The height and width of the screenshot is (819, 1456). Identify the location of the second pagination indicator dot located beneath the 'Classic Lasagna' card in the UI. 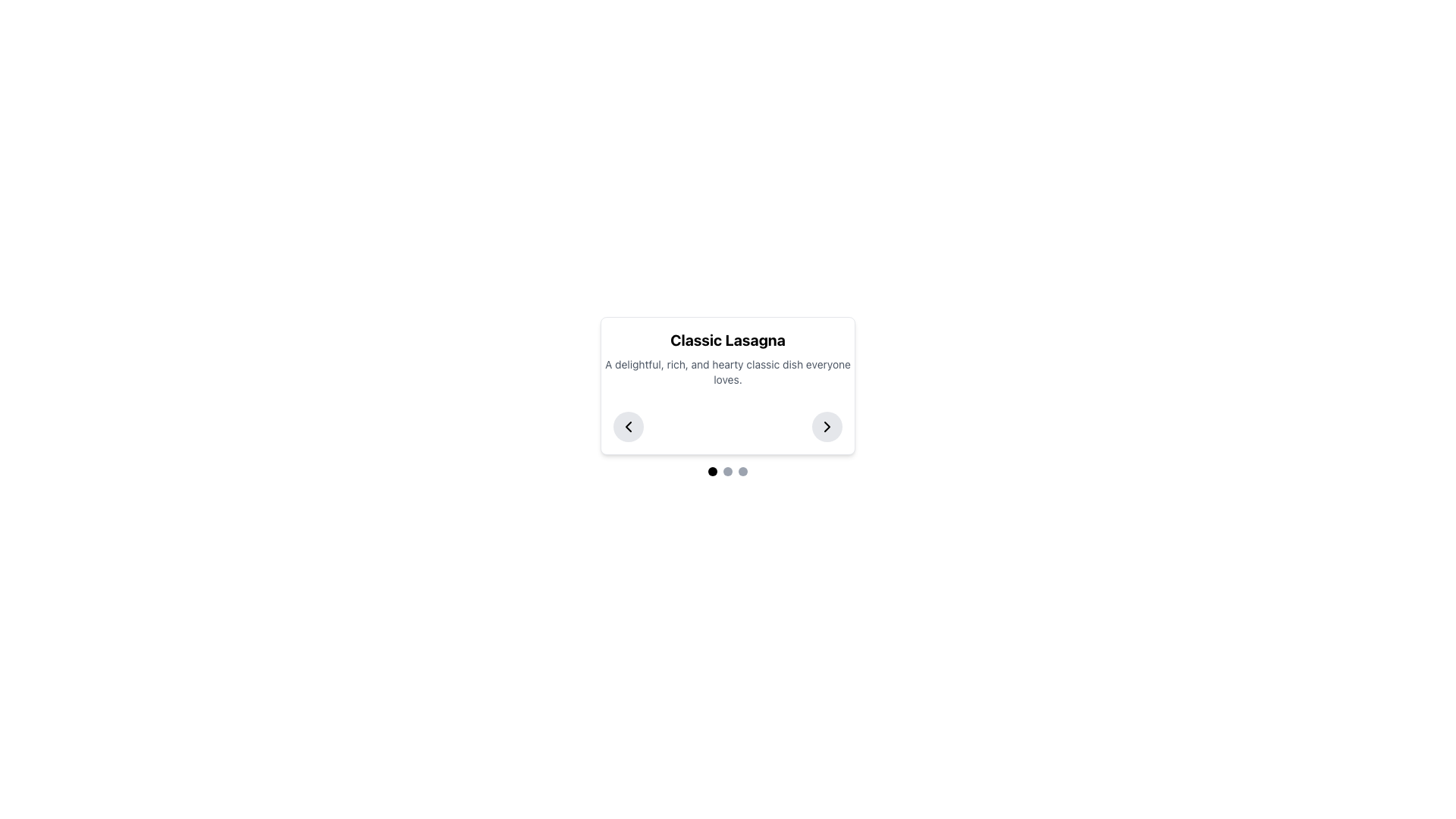
(728, 470).